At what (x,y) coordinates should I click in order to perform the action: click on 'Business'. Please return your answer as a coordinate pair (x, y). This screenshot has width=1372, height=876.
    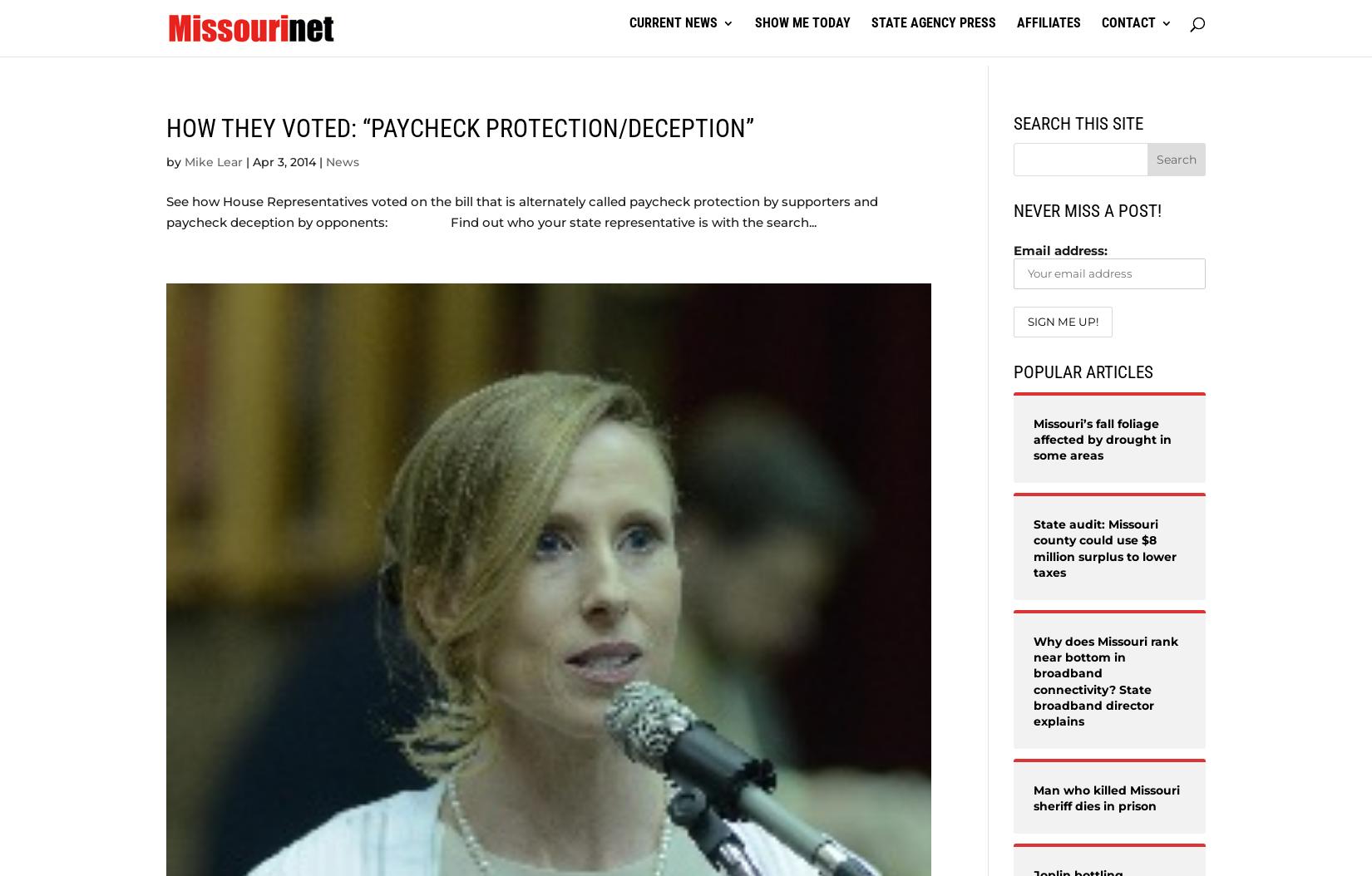
    Looking at the image, I should click on (561, 105).